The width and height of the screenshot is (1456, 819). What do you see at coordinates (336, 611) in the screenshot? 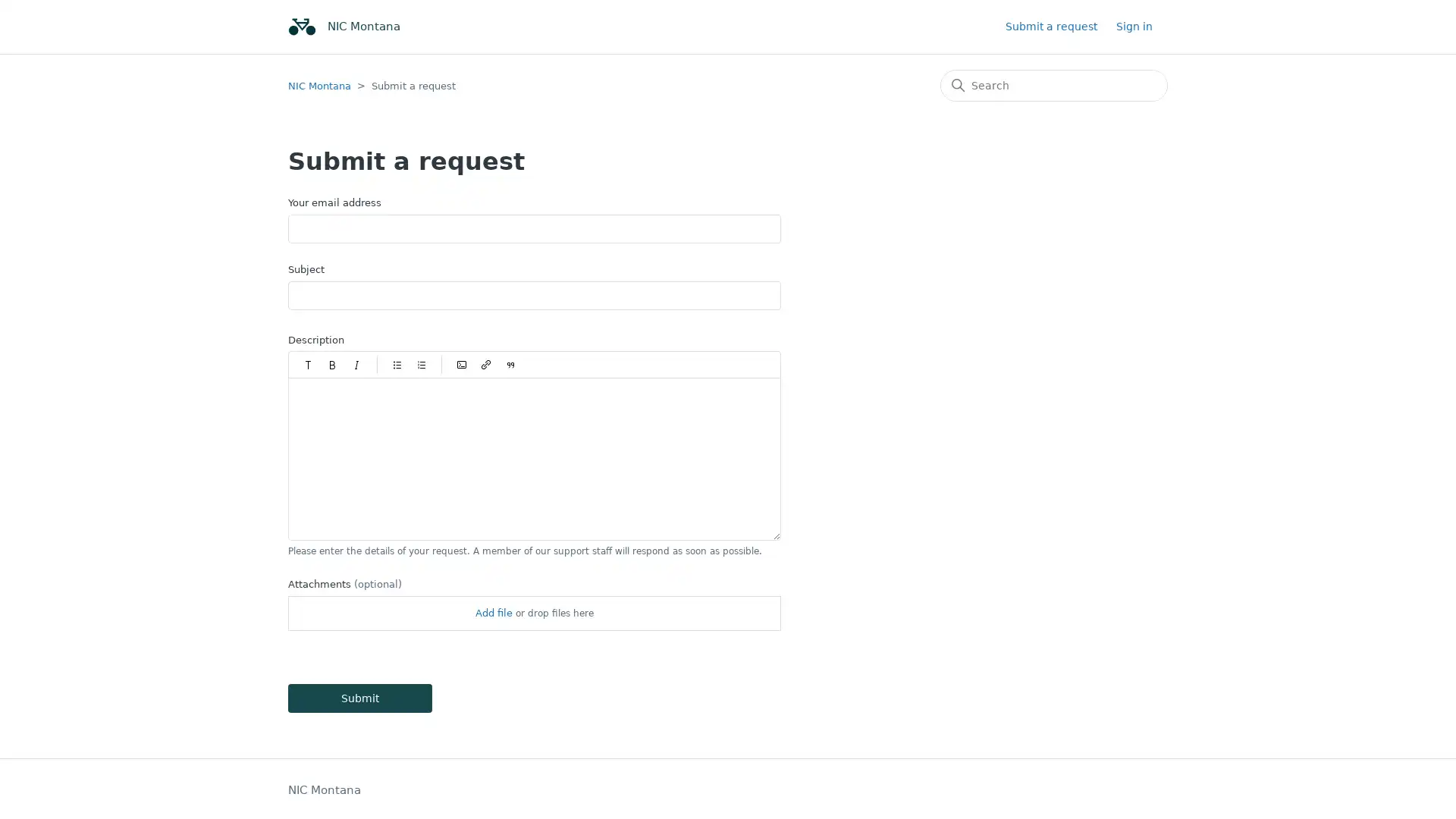
I see `Choose Files` at bounding box center [336, 611].